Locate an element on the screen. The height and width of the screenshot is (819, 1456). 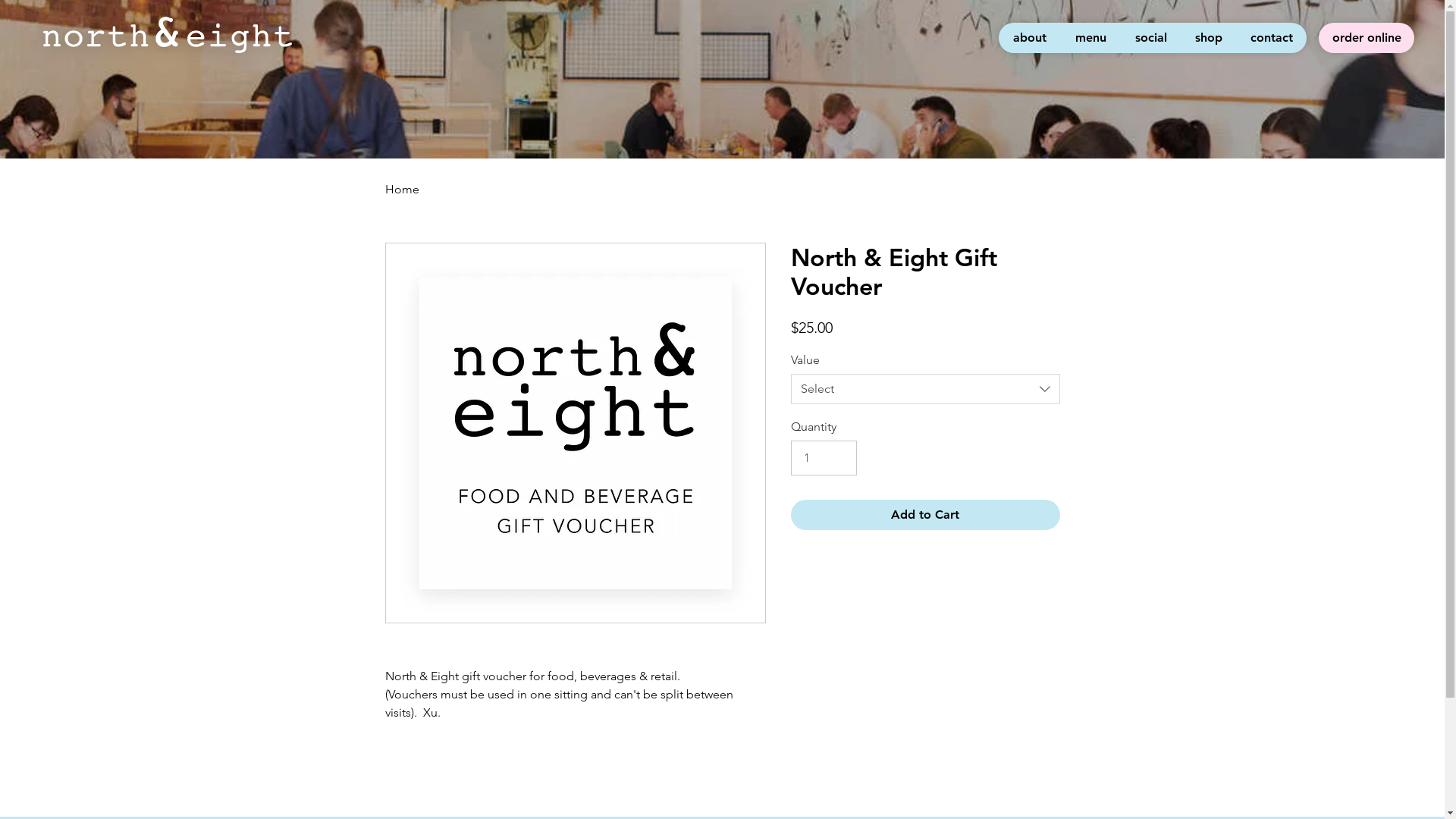
'Home' is located at coordinates (402, 188).